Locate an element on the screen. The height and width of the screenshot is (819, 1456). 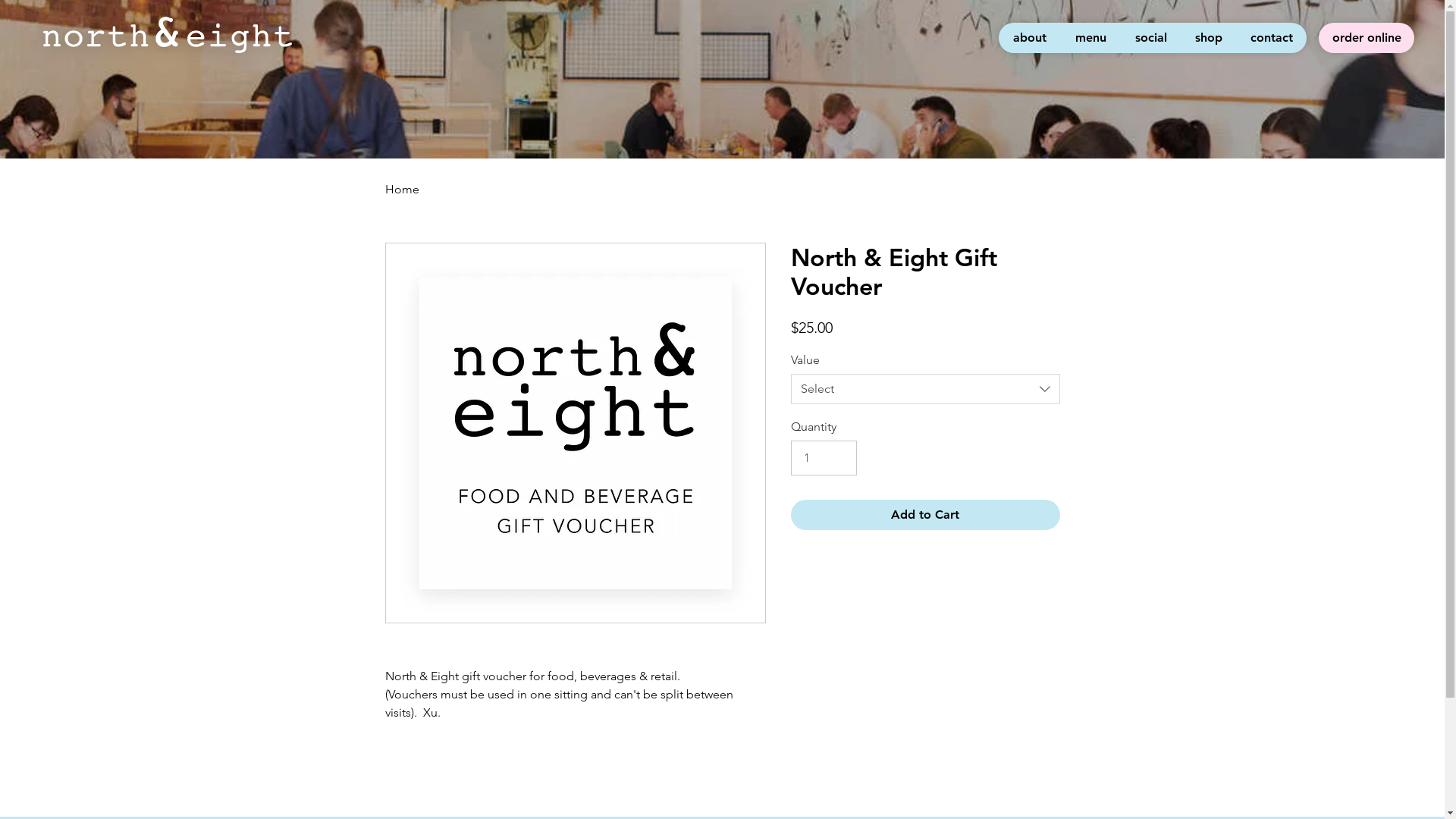
'Home' is located at coordinates (402, 188).